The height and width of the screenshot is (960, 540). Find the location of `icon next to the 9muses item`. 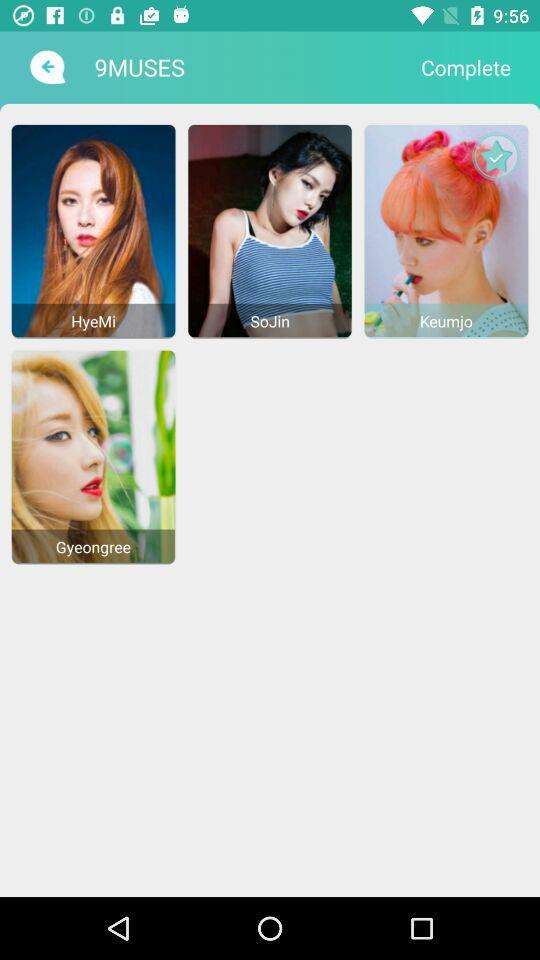

icon next to the 9muses item is located at coordinates (466, 67).